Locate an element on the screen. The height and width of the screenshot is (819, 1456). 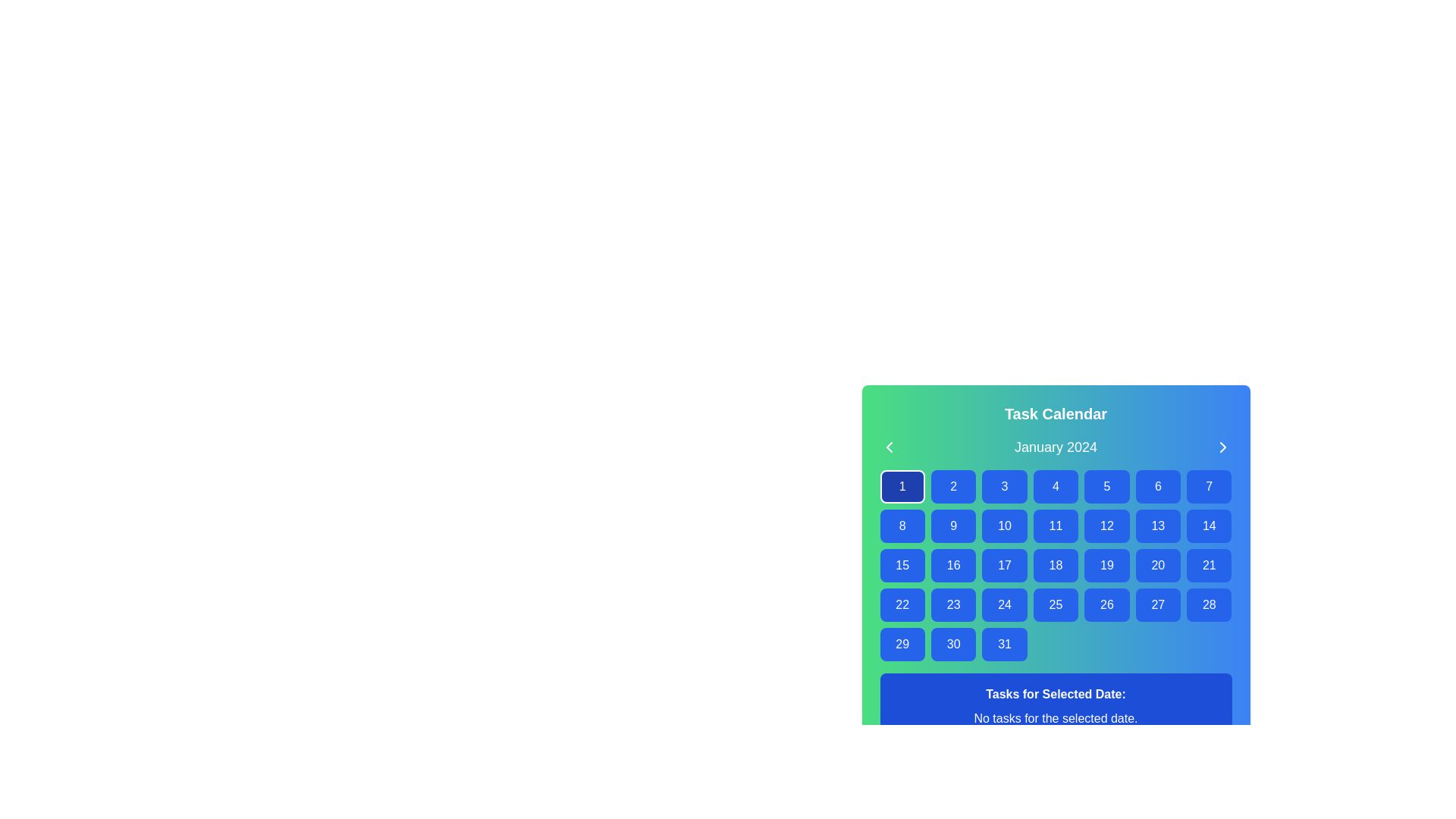
the blue button with a white '7' centered, which is the seventh button is located at coordinates (1207, 486).